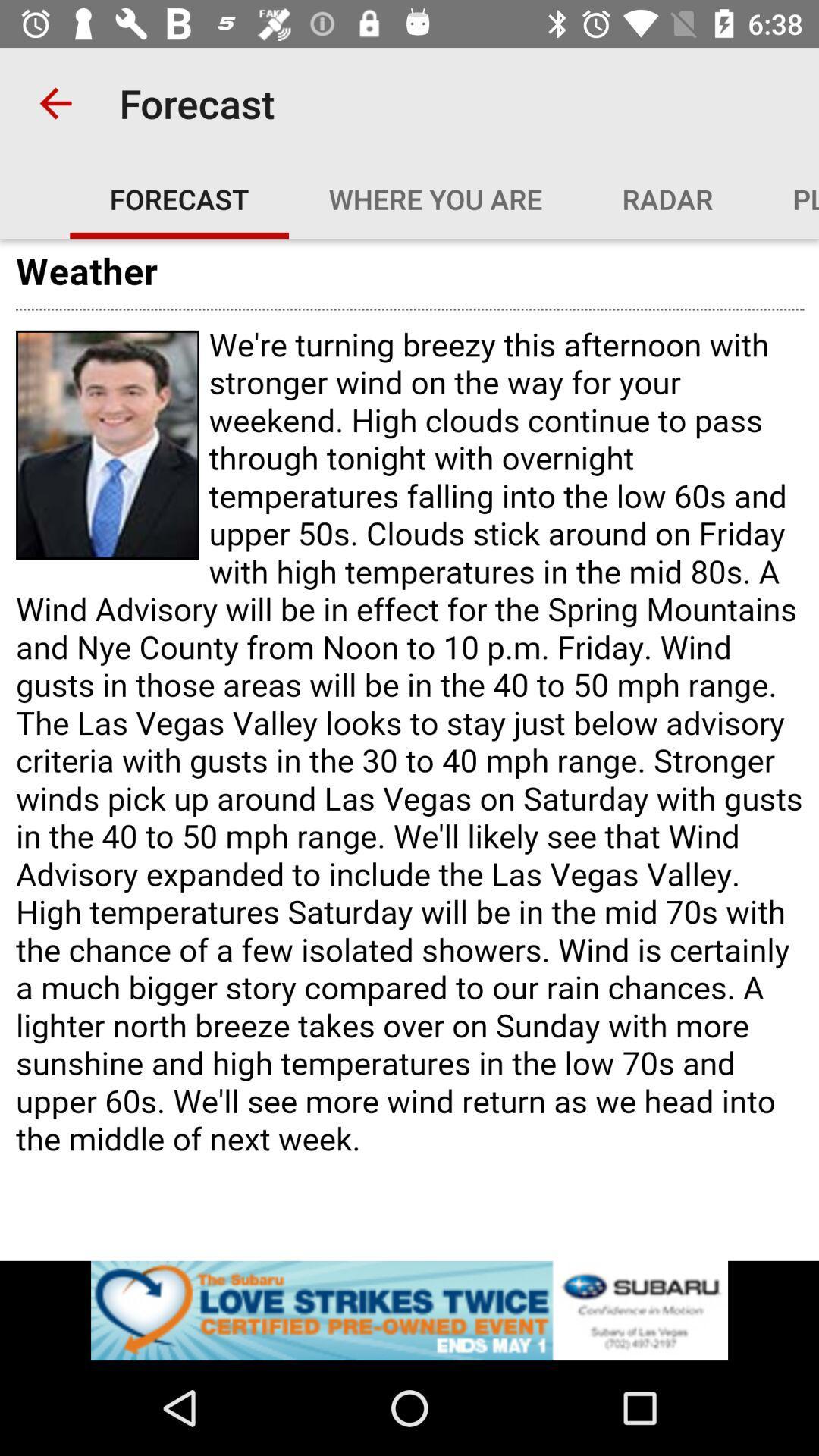  What do you see at coordinates (409, 1310) in the screenshot?
I see `see this advertising` at bounding box center [409, 1310].